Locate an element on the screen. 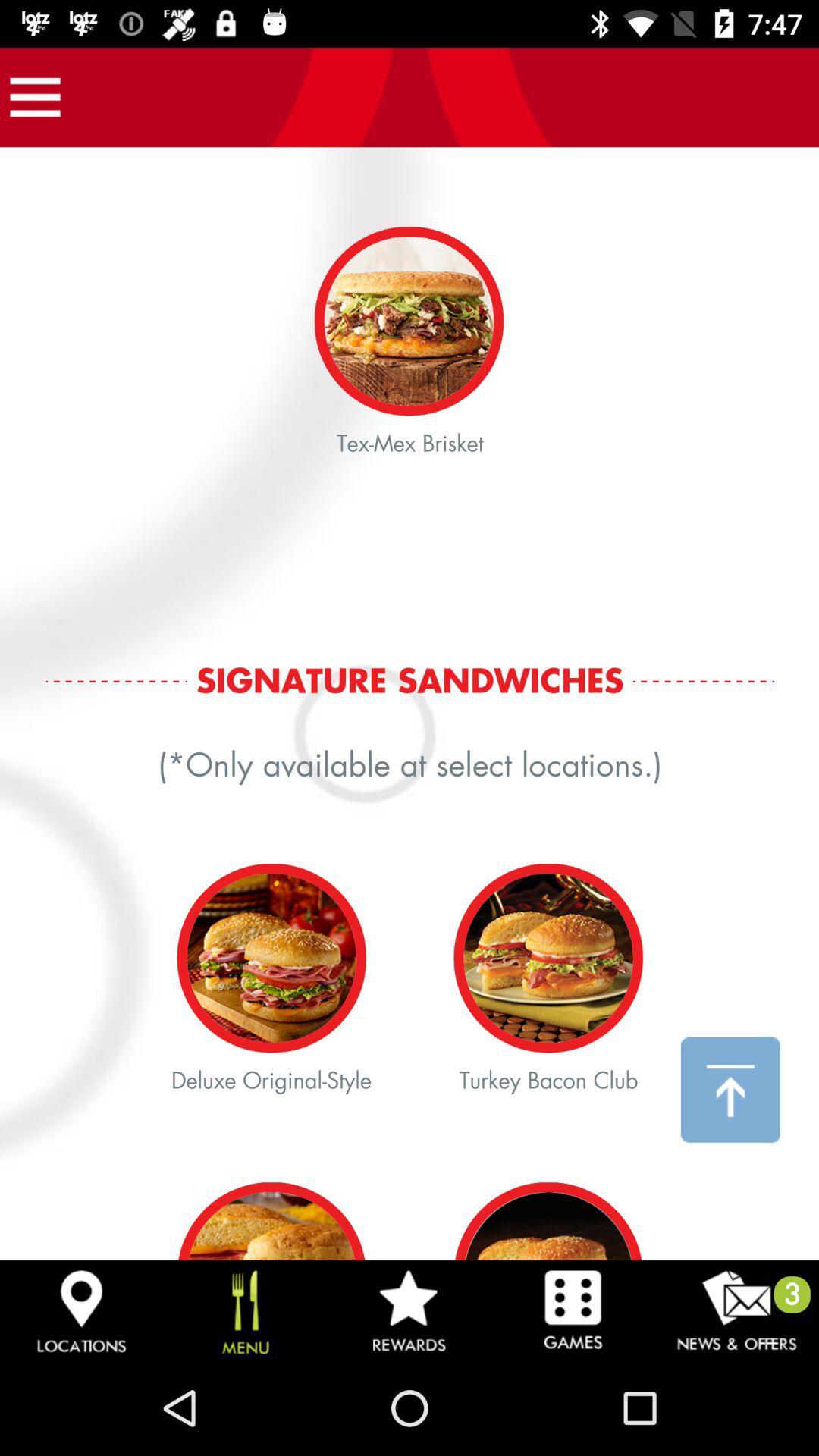 This screenshot has height=1456, width=819. more is located at coordinates (34, 96).